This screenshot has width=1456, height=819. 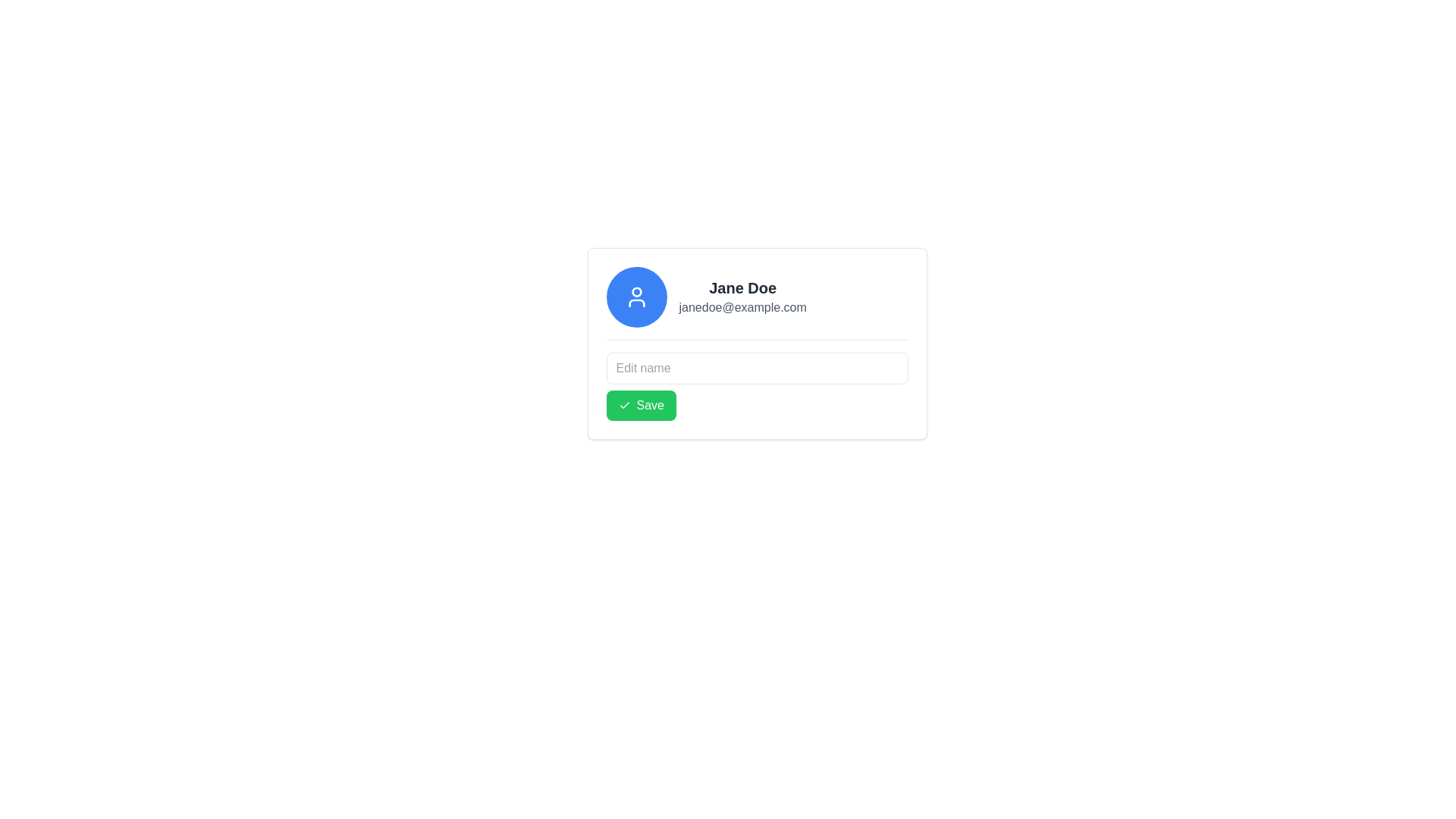 What do you see at coordinates (636, 297) in the screenshot?
I see `the user silhouette icon, which is a white icon with a circular head and rounded rectangle shoulders, located on a blue circular background in the top-left section of the user profile display` at bounding box center [636, 297].